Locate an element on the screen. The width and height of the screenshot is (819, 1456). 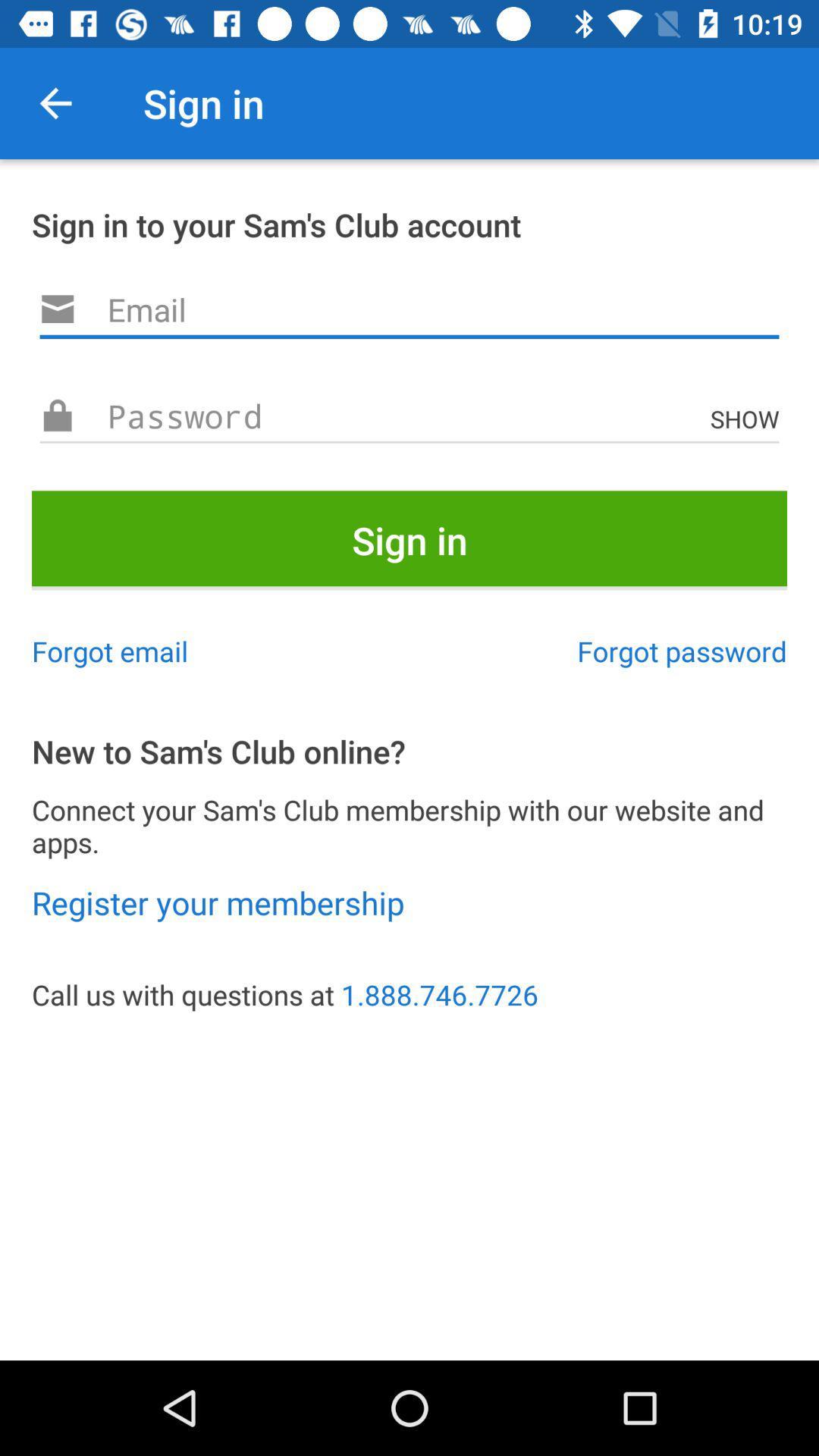
the forgot password item is located at coordinates (681, 651).